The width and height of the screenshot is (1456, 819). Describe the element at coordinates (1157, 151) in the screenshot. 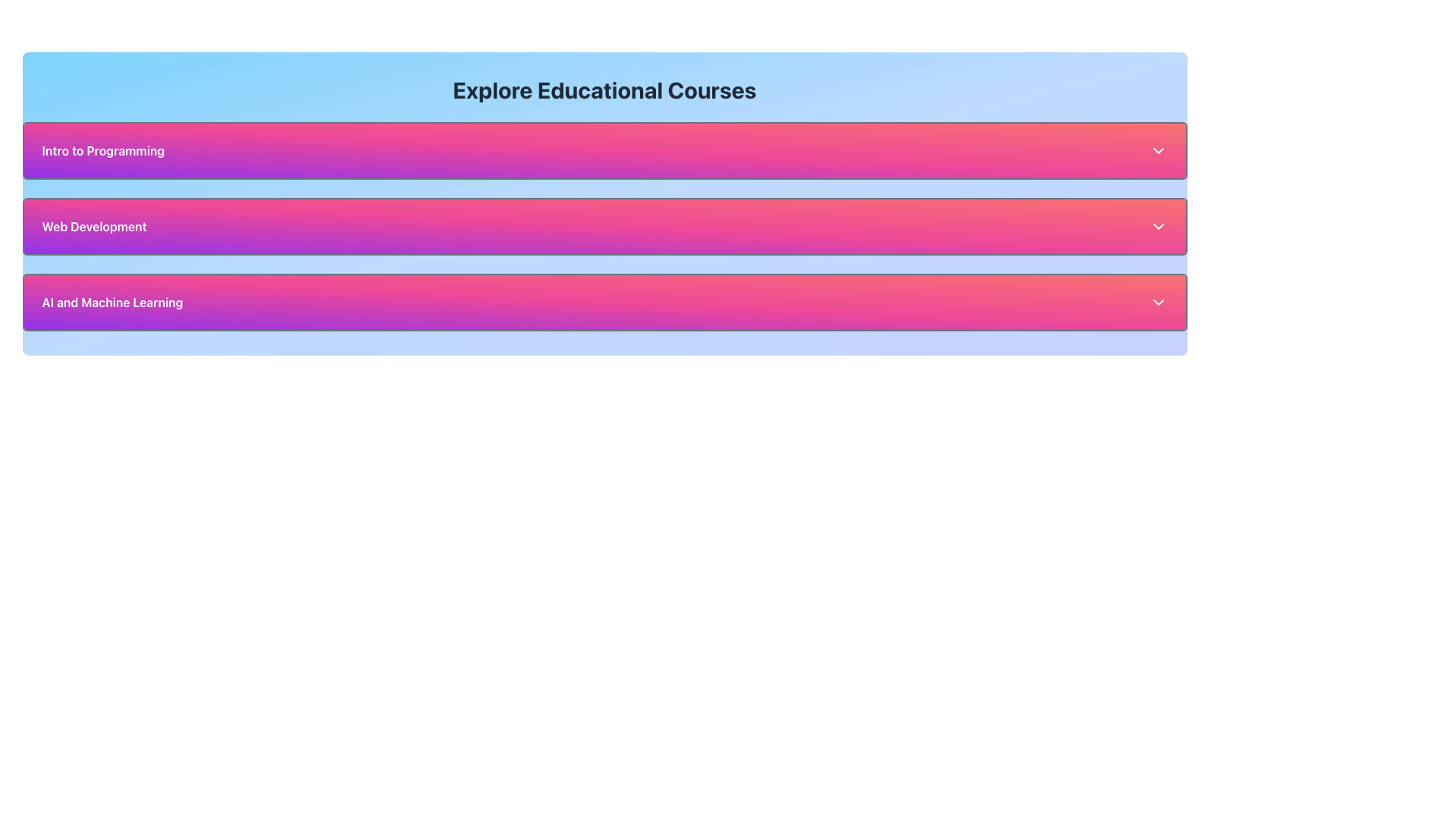

I see `the downward-facing chevron icon located on the right side of the 'Intro to Programming' header` at that location.